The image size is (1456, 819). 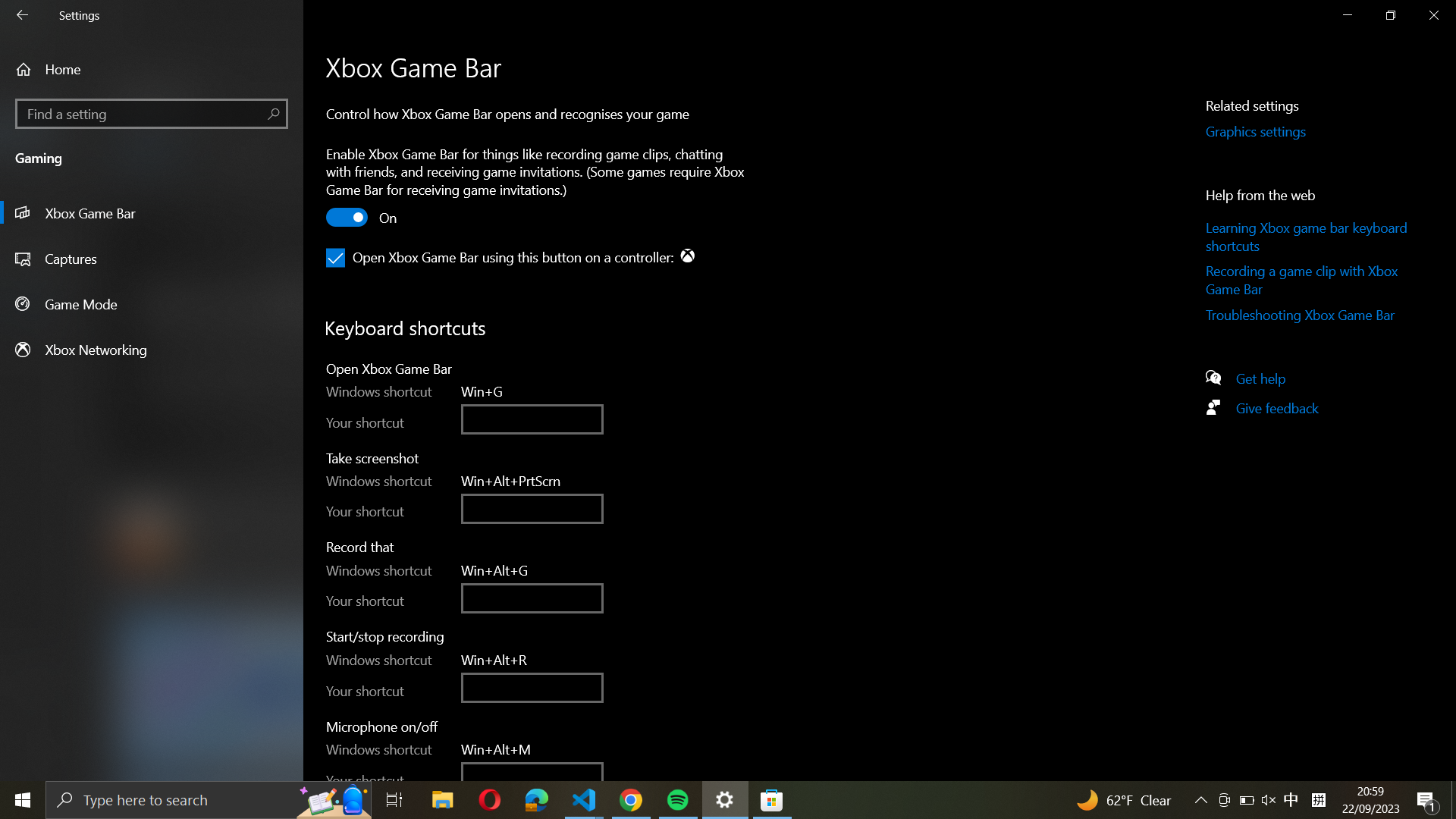 I want to click on the house icon to open the Home page within settings, so click(x=152, y=69).